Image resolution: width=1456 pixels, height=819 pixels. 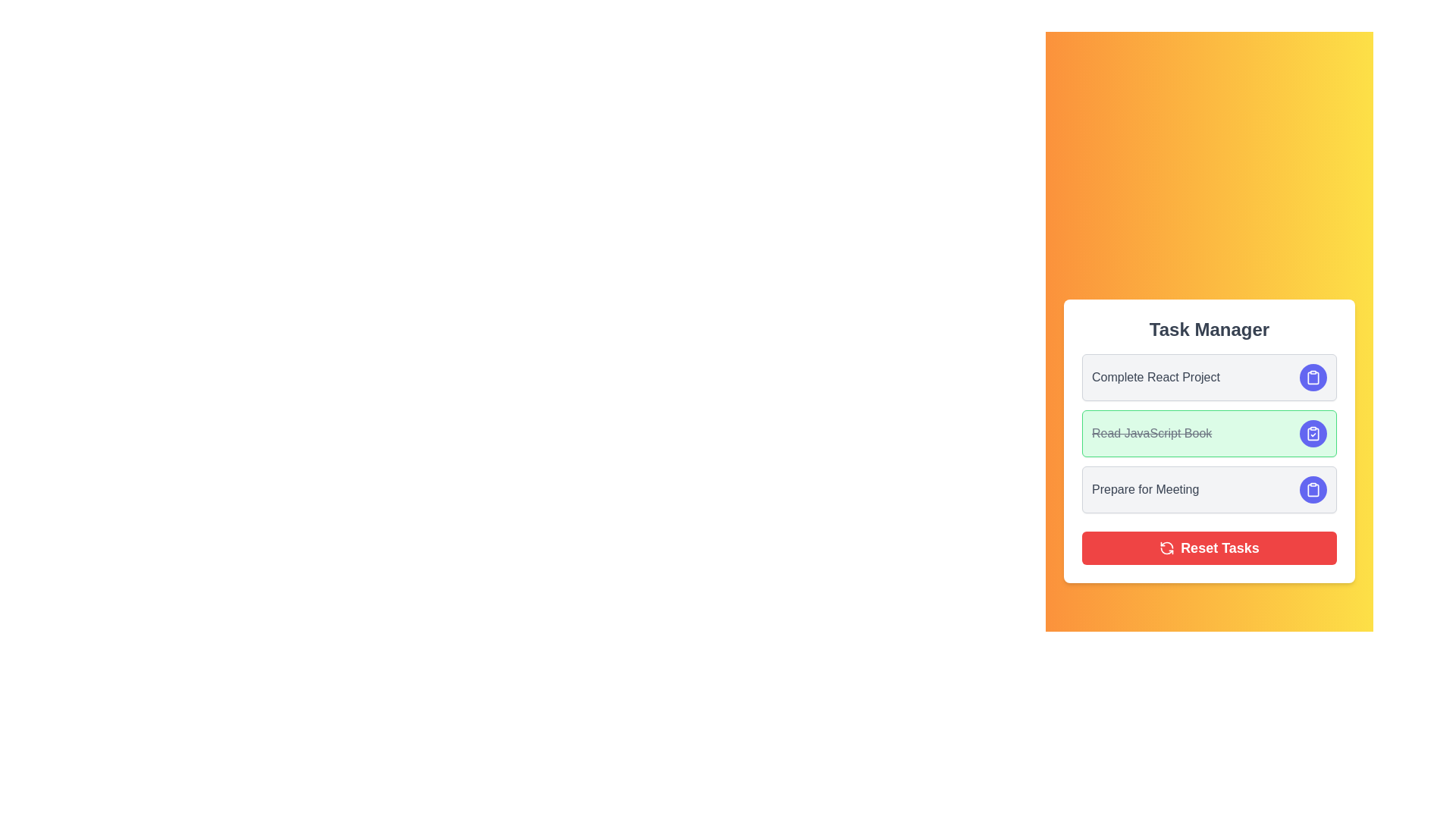 What do you see at coordinates (1208, 441) in the screenshot?
I see `the clipboard button of the completed task entry in the to-do list, which is the second item in the vertical list` at bounding box center [1208, 441].